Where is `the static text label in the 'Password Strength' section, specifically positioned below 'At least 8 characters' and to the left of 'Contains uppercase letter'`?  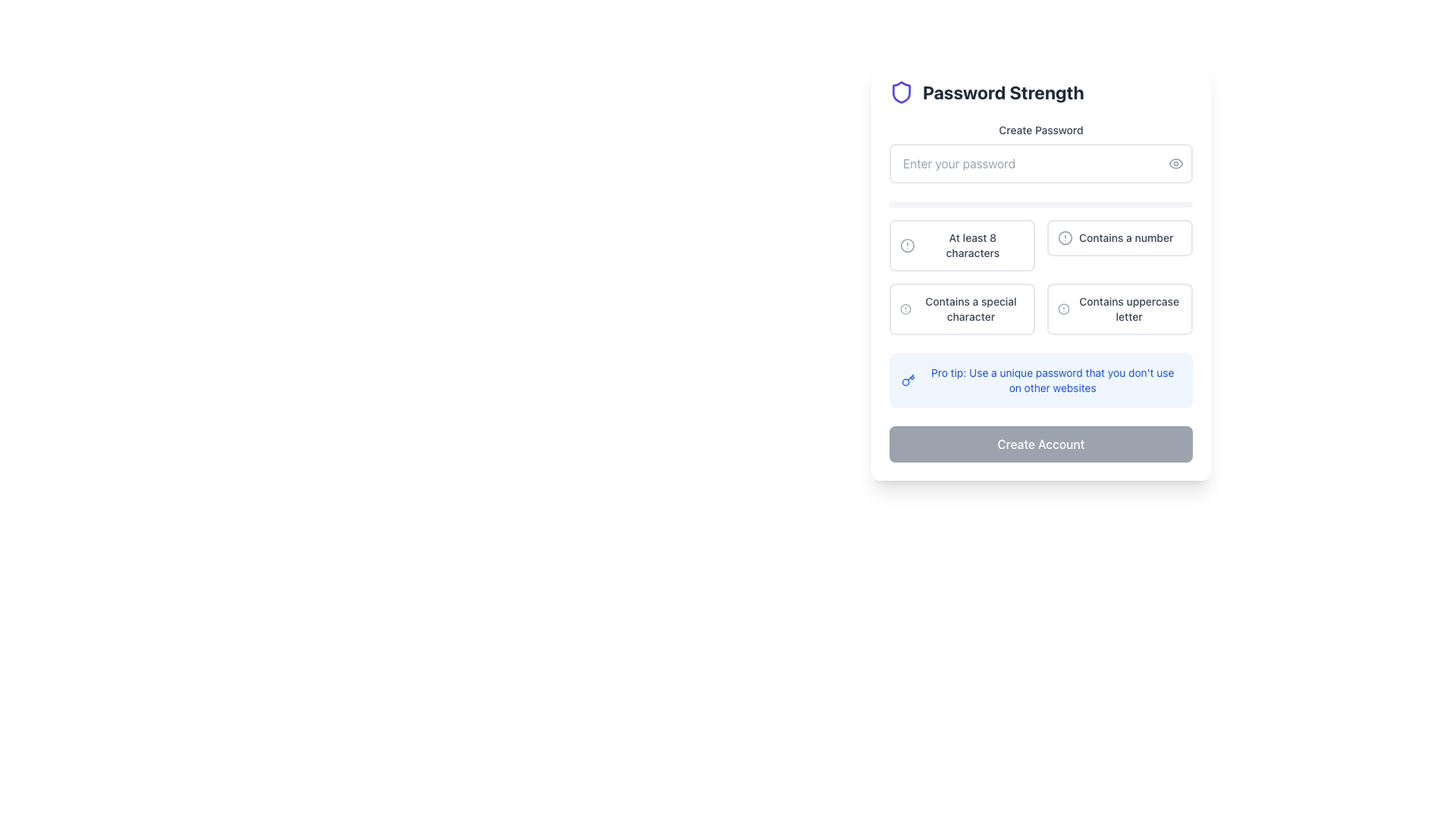 the static text label in the 'Password Strength' section, specifically positioned below 'At least 8 characters' and to the left of 'Contains uppercase letter' is located at coordinates (971, 309).